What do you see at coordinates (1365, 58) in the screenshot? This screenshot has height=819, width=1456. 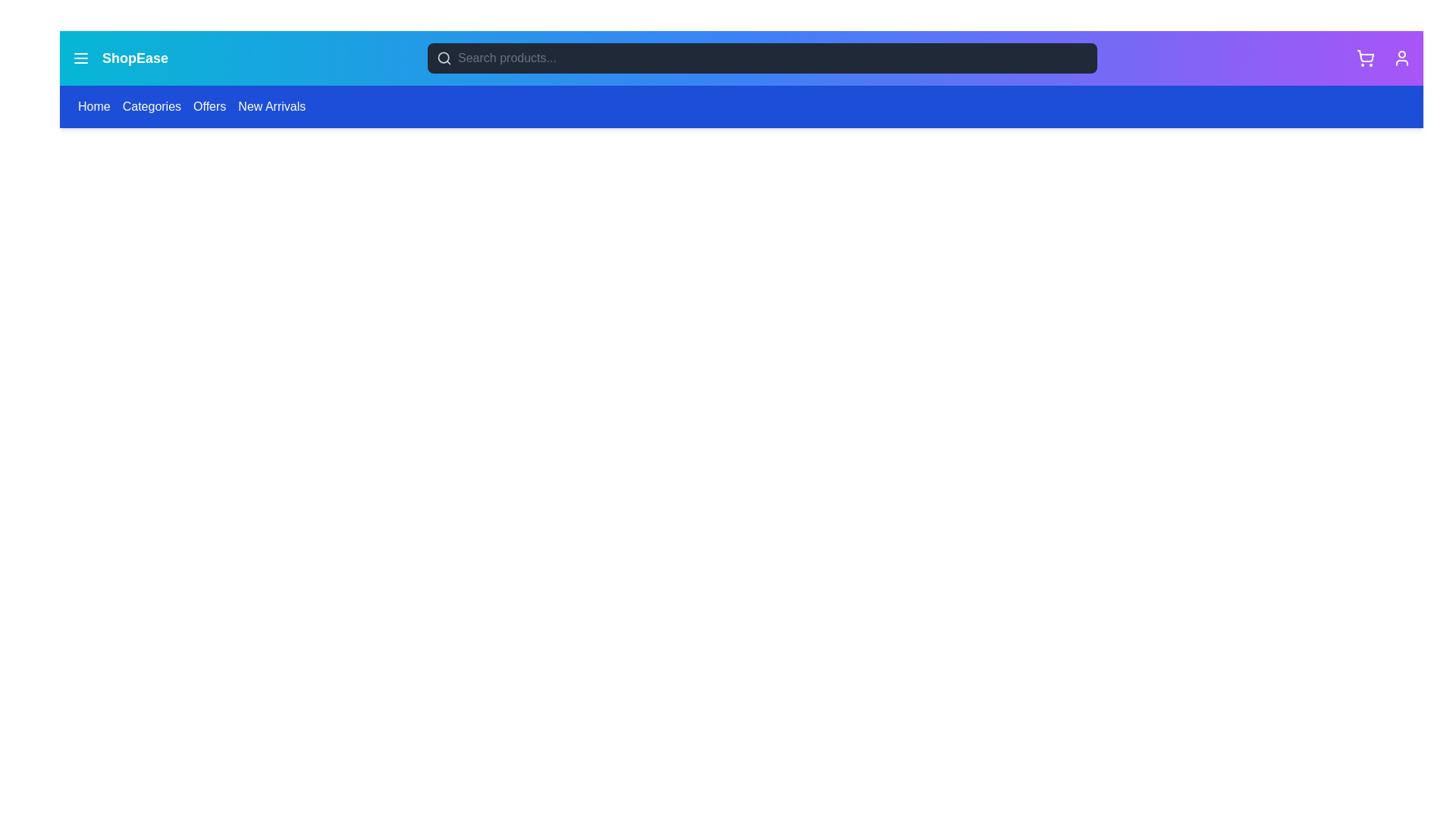 I see `the shopping cart icon located at the top-right of the application interface` at bounding box center [1365, 58].